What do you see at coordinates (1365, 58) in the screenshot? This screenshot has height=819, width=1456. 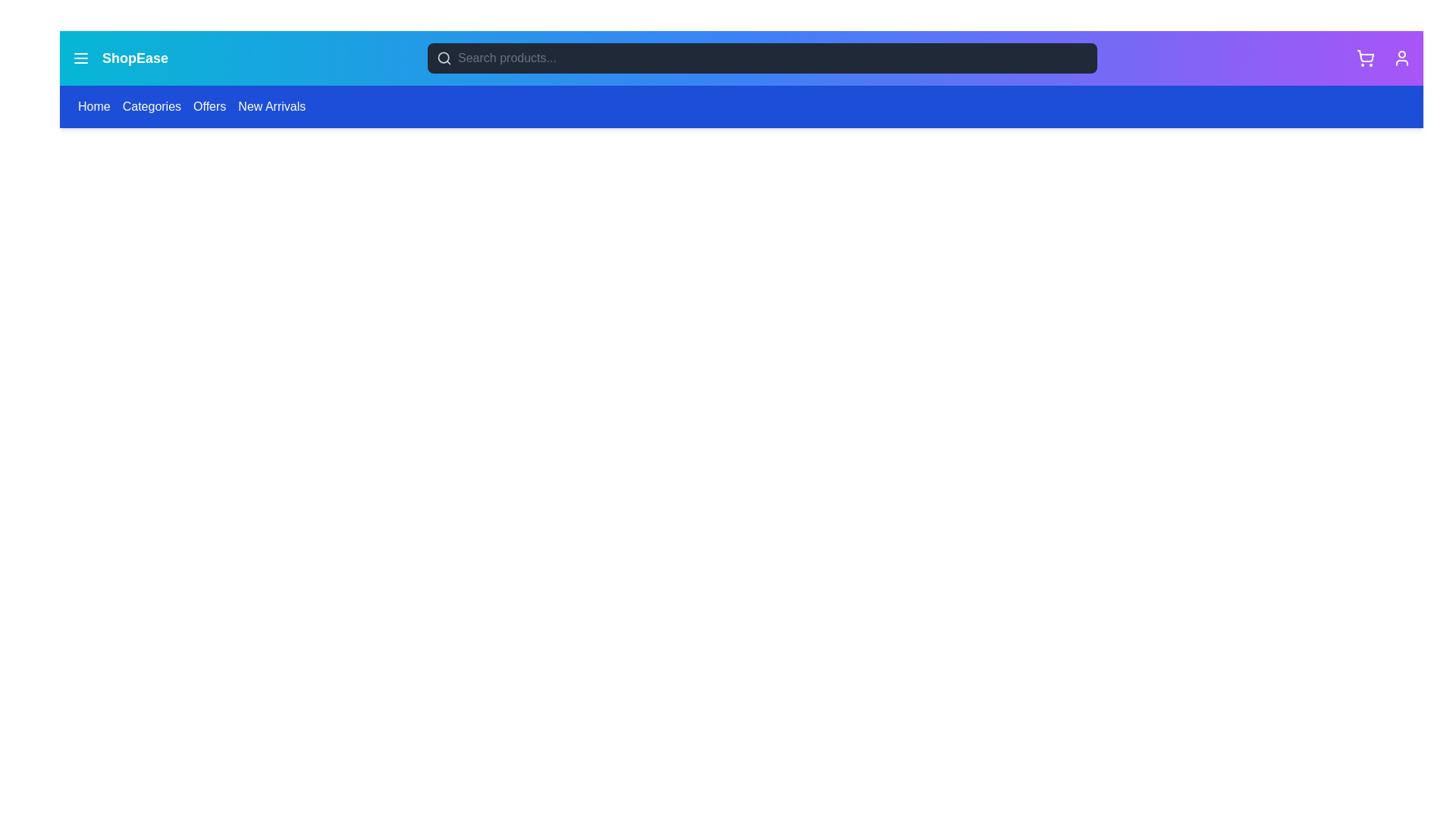 I see `the shopping cart icon located at the top-right of the application interface` at bounding box center [1365, 58].